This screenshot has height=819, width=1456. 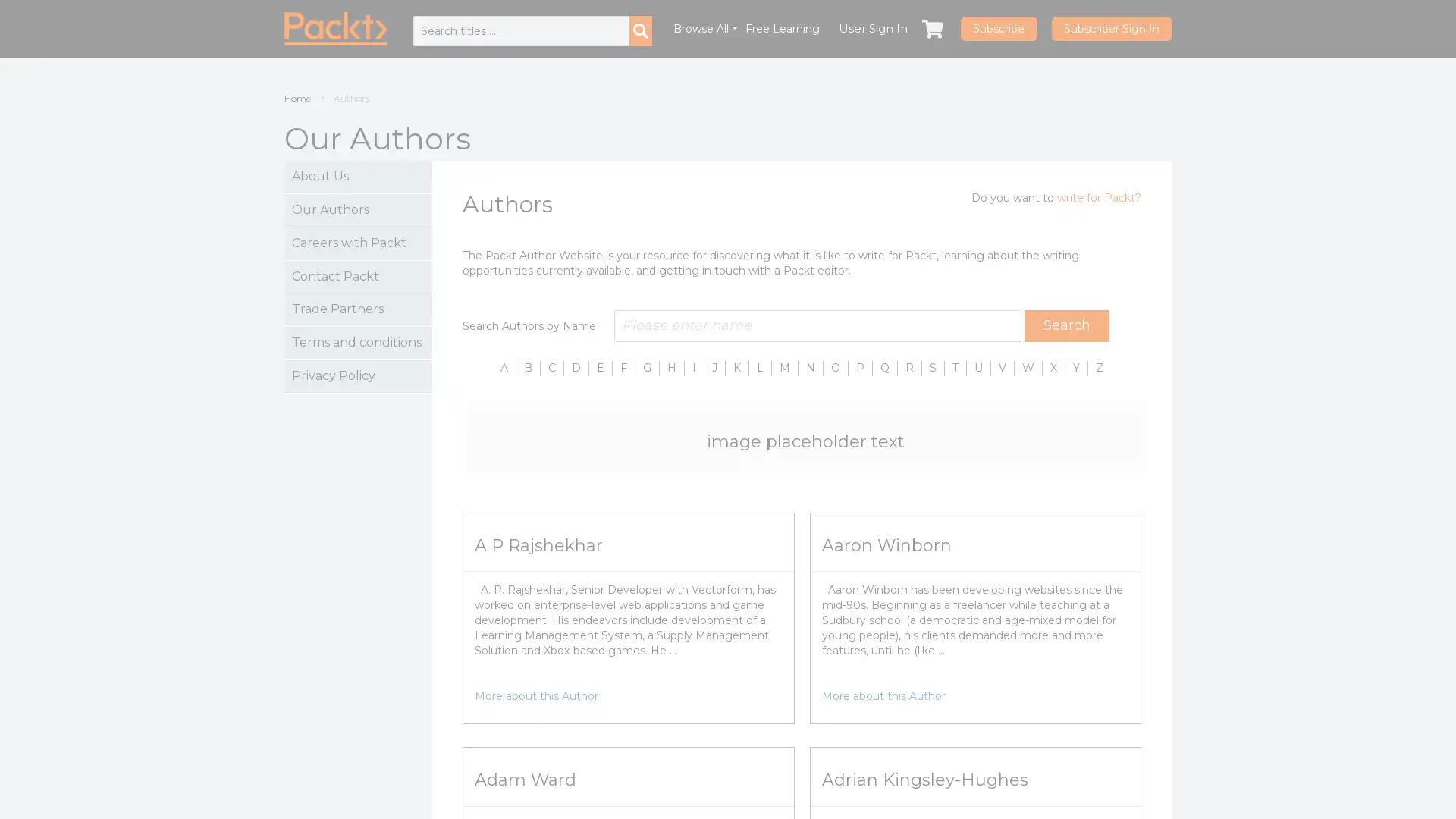 I want to click on Subscribe, so click(x=998, y=29).